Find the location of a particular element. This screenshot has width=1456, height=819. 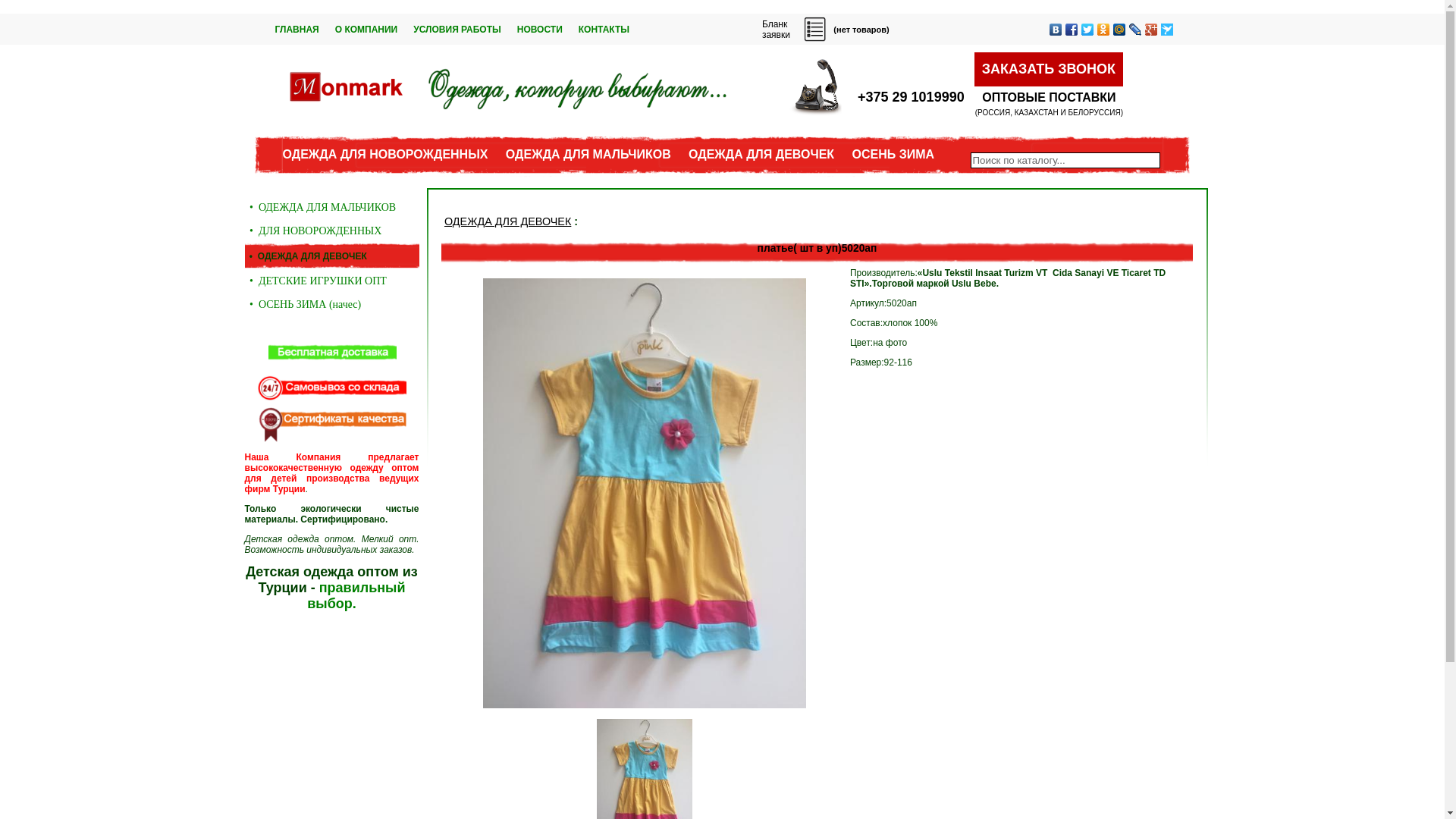

'LiveJournal' is located at coordinates (1134, 29).